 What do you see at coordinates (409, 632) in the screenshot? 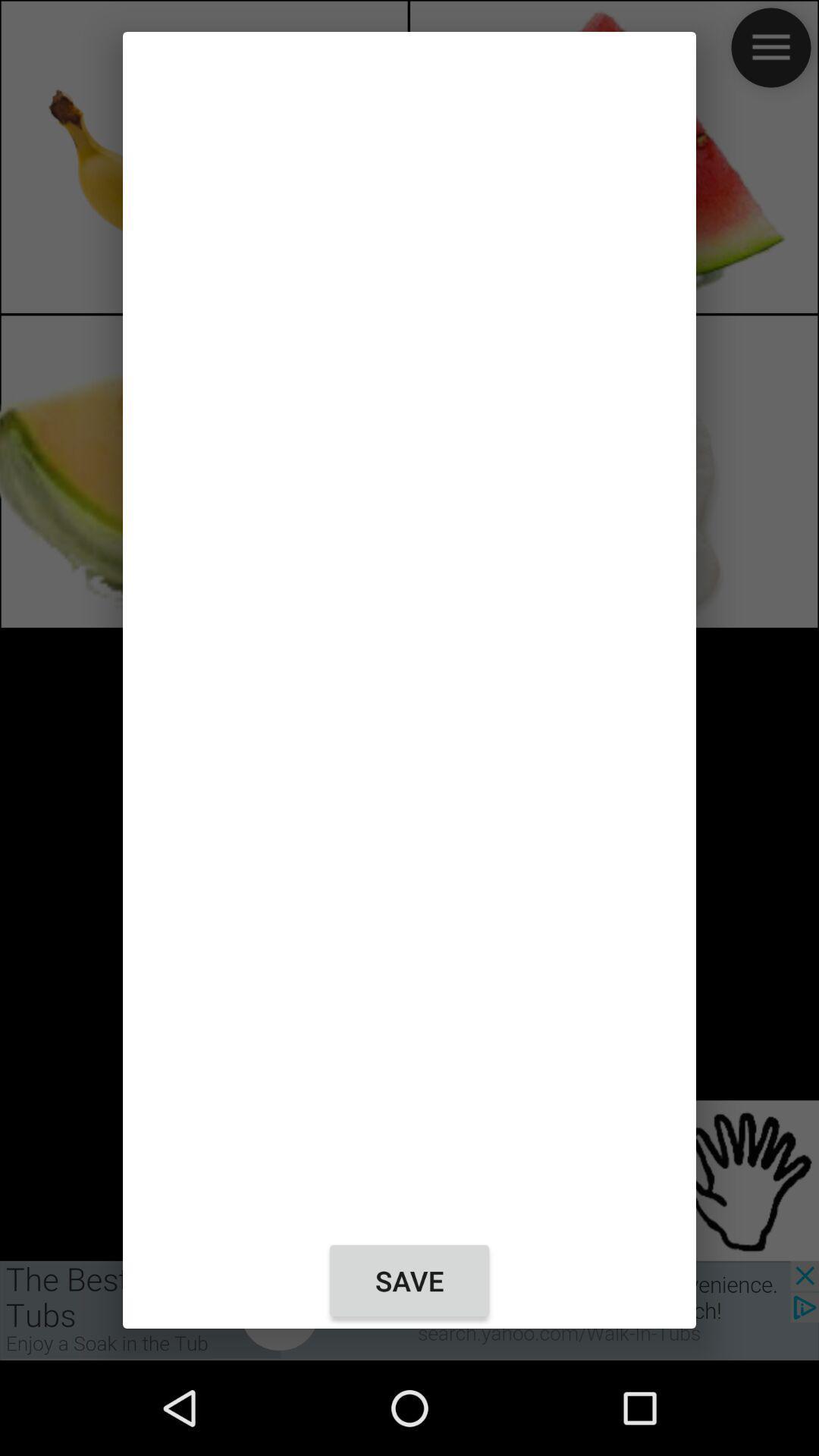
I see `the icon above save icon` at bounding box center [409, 632].